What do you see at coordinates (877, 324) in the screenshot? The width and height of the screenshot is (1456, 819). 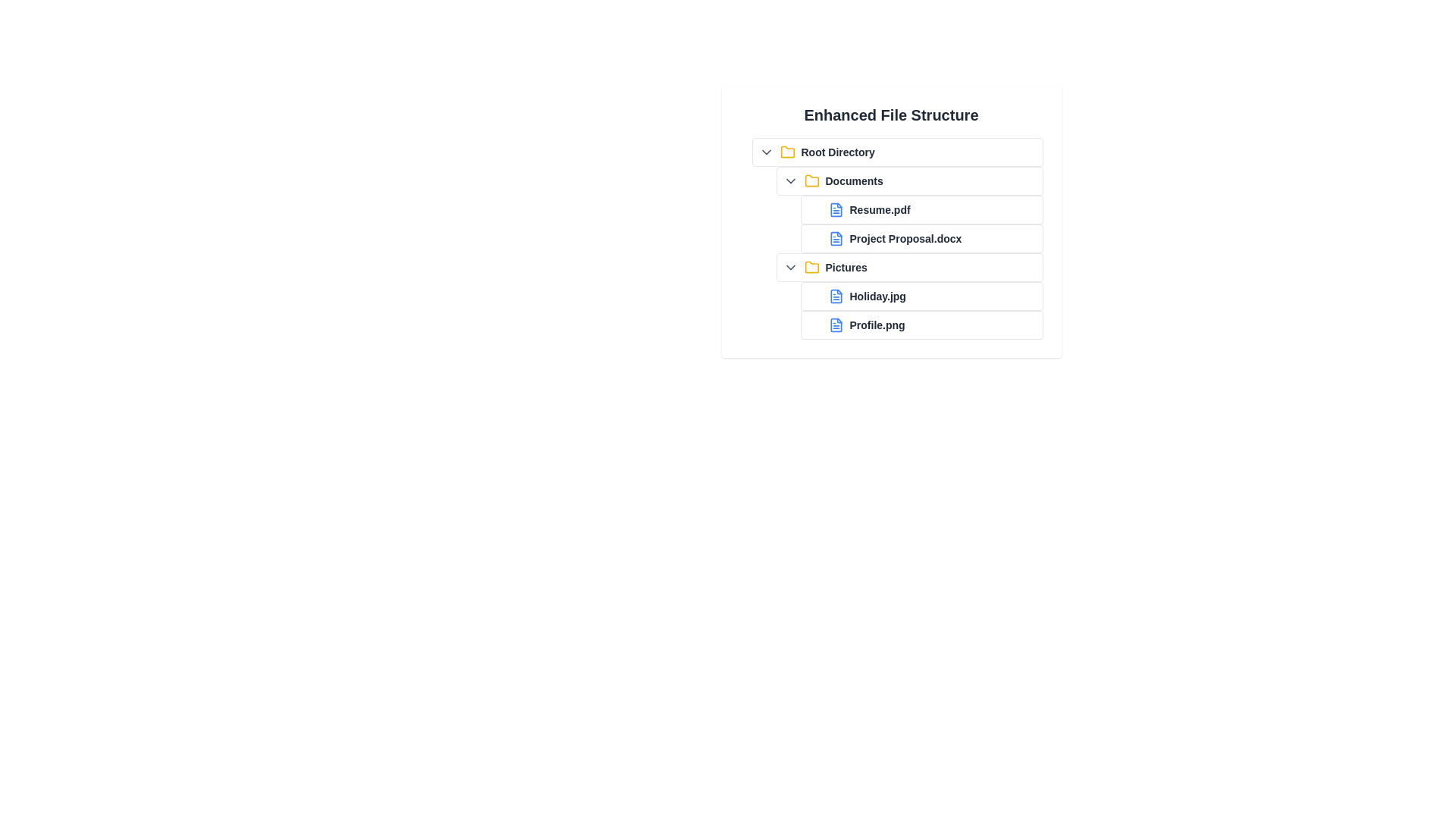 I see `the text label displaying the filename 'Profile.png', which is styled with a gray font color and bold font weight, located in the 'Pictures' folder to the right of a blue file icon` at bounding box center [877, 324].